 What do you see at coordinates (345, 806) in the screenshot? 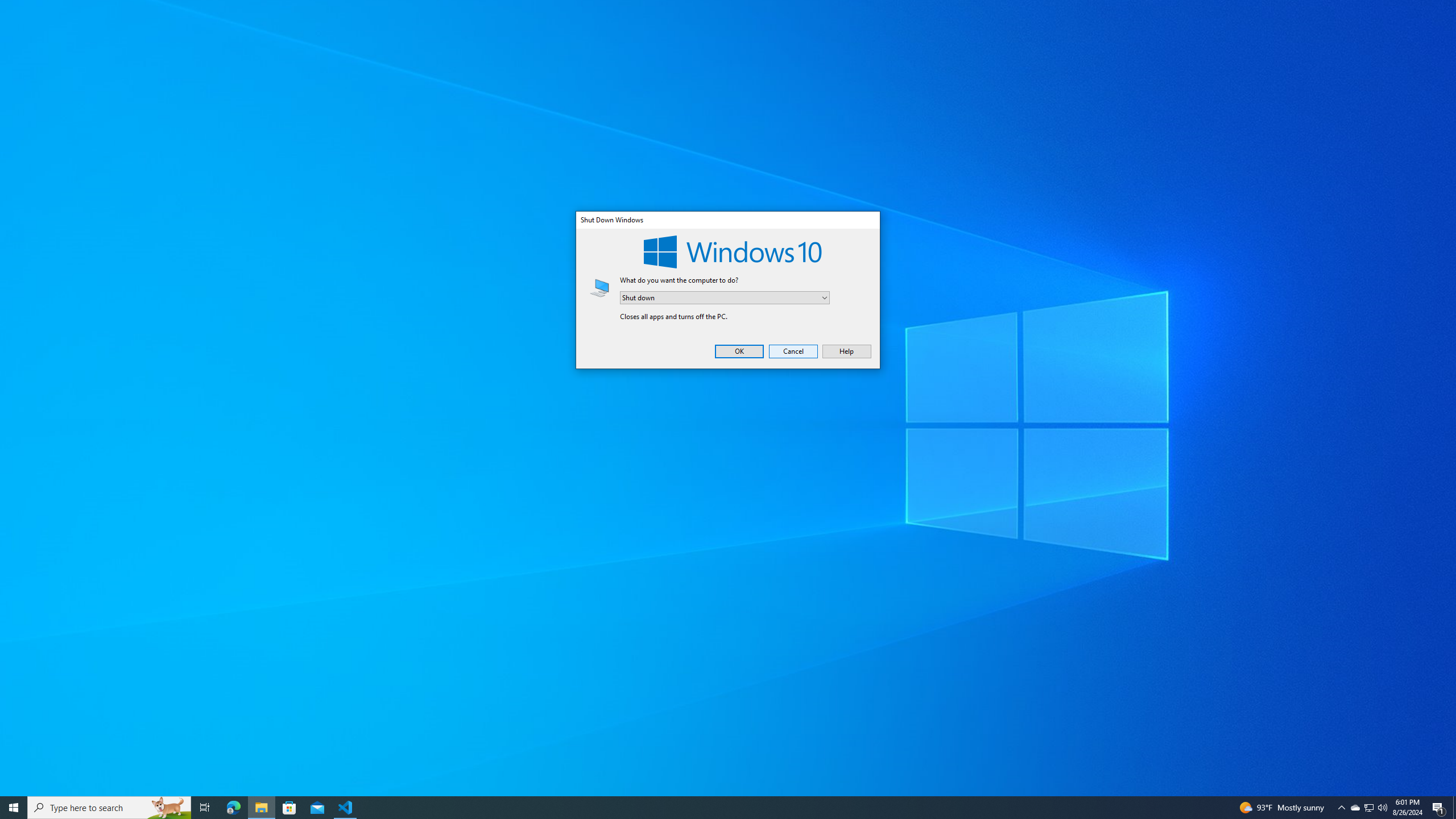
I see `'Visual Studio Code - 1 running window'` at bounding box center [345, 806].